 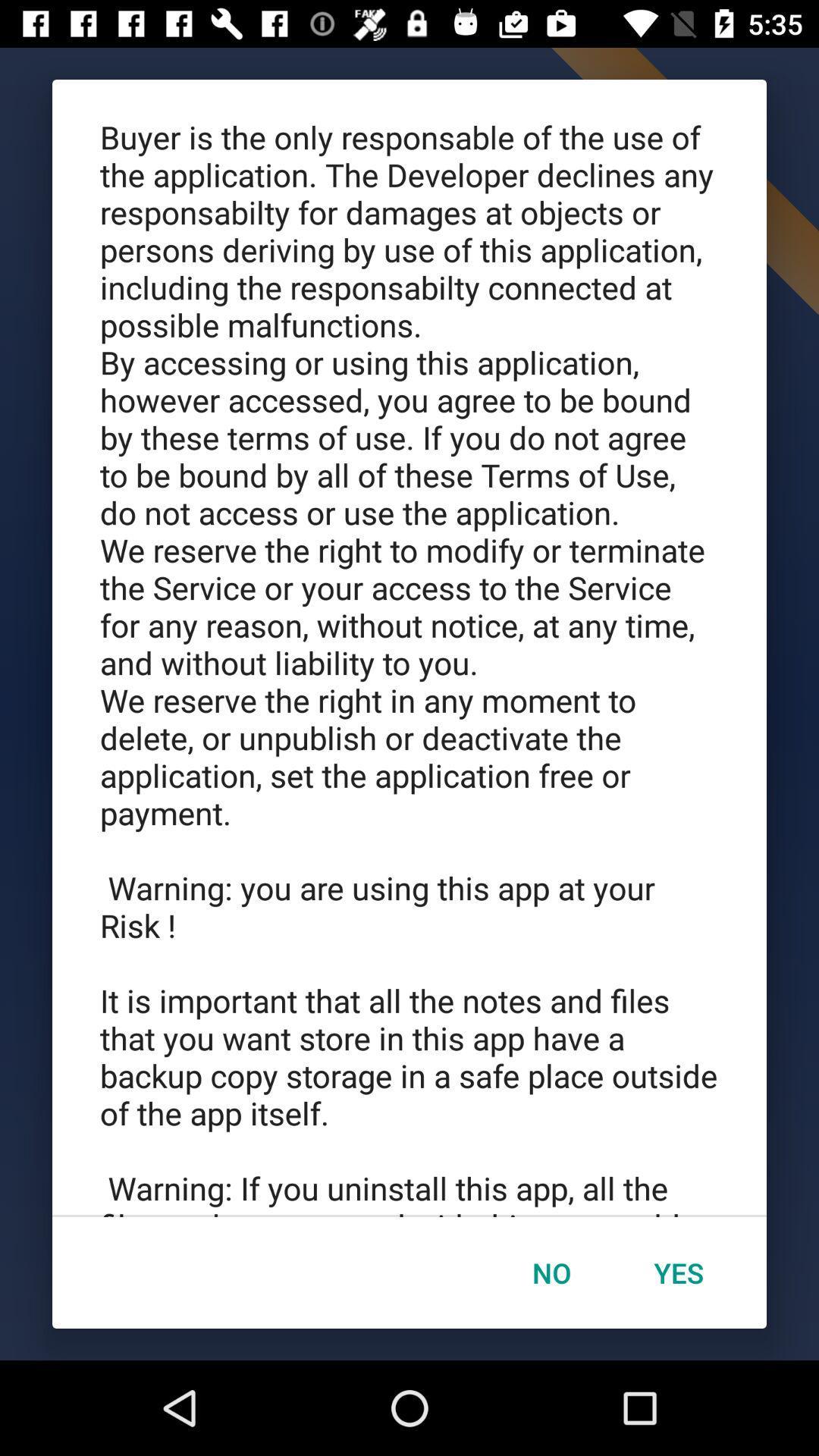 I want to click on yes button, so click(x=678, y=1272).